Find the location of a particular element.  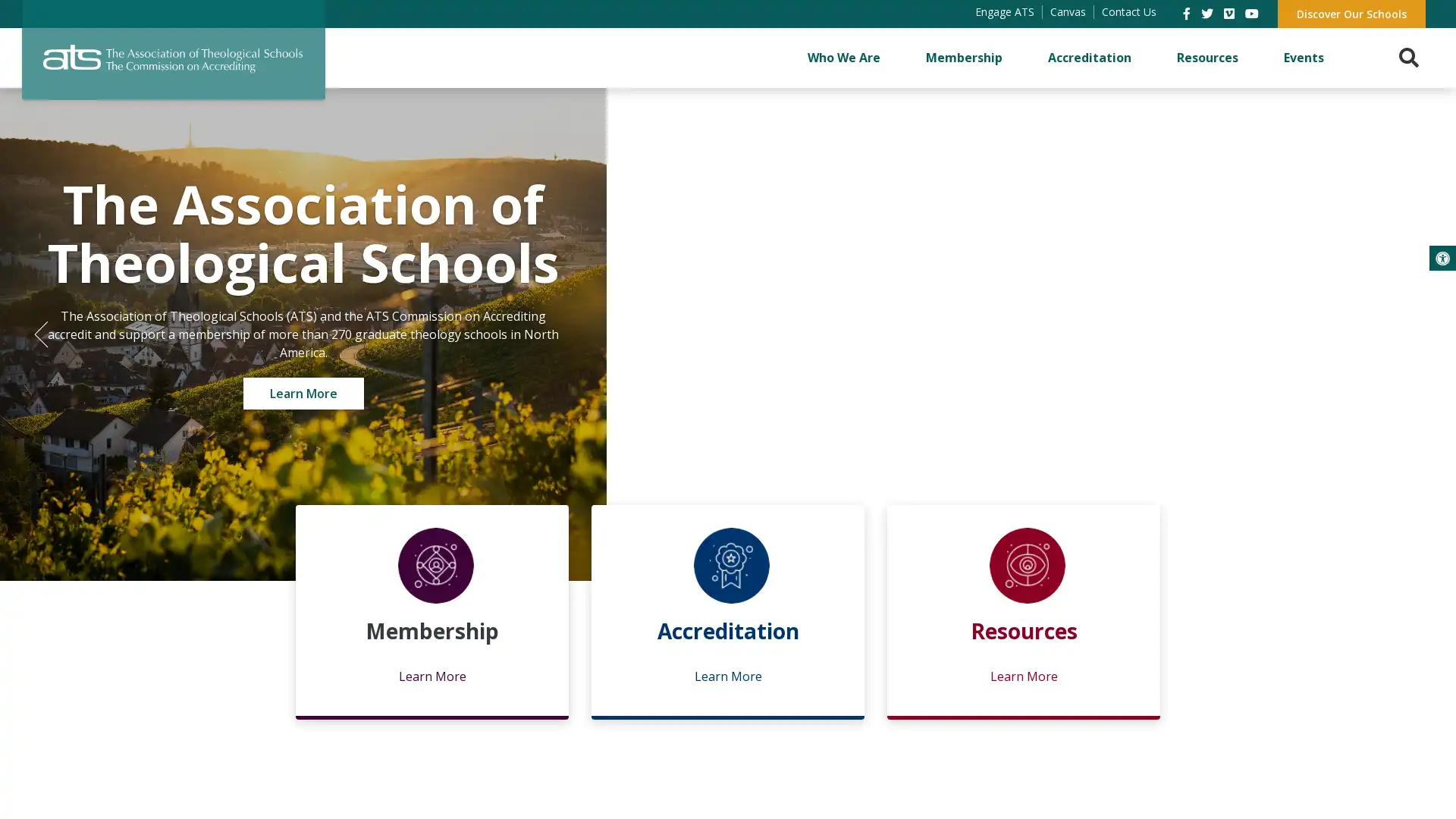

Next is located at coordinates (1414, 333).